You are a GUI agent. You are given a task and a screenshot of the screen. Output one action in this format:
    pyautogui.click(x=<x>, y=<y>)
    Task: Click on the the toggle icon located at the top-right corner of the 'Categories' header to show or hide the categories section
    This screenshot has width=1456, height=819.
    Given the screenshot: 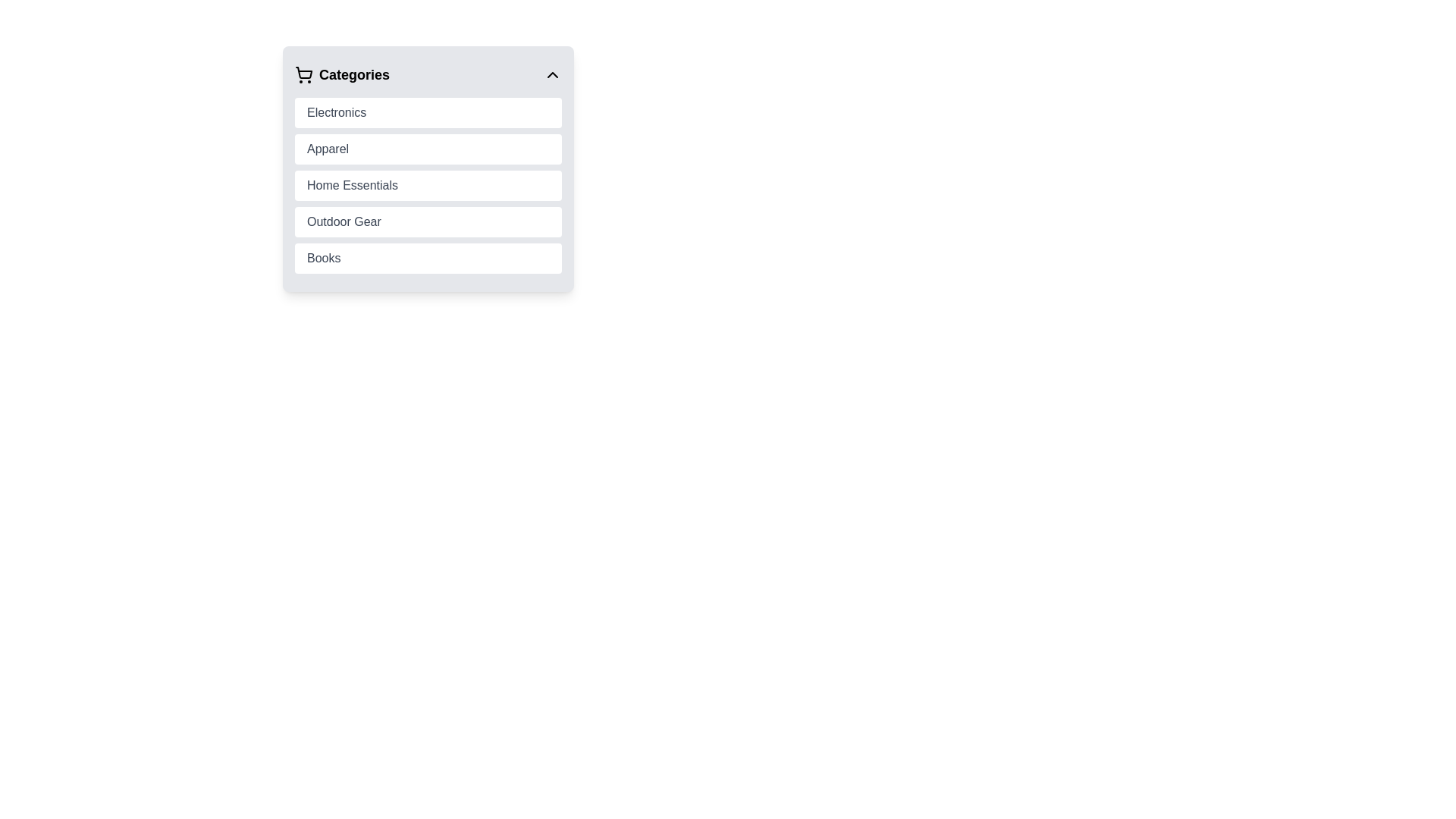 What is the action you would take?
    pyautogui.click(x=552, y=75)
    